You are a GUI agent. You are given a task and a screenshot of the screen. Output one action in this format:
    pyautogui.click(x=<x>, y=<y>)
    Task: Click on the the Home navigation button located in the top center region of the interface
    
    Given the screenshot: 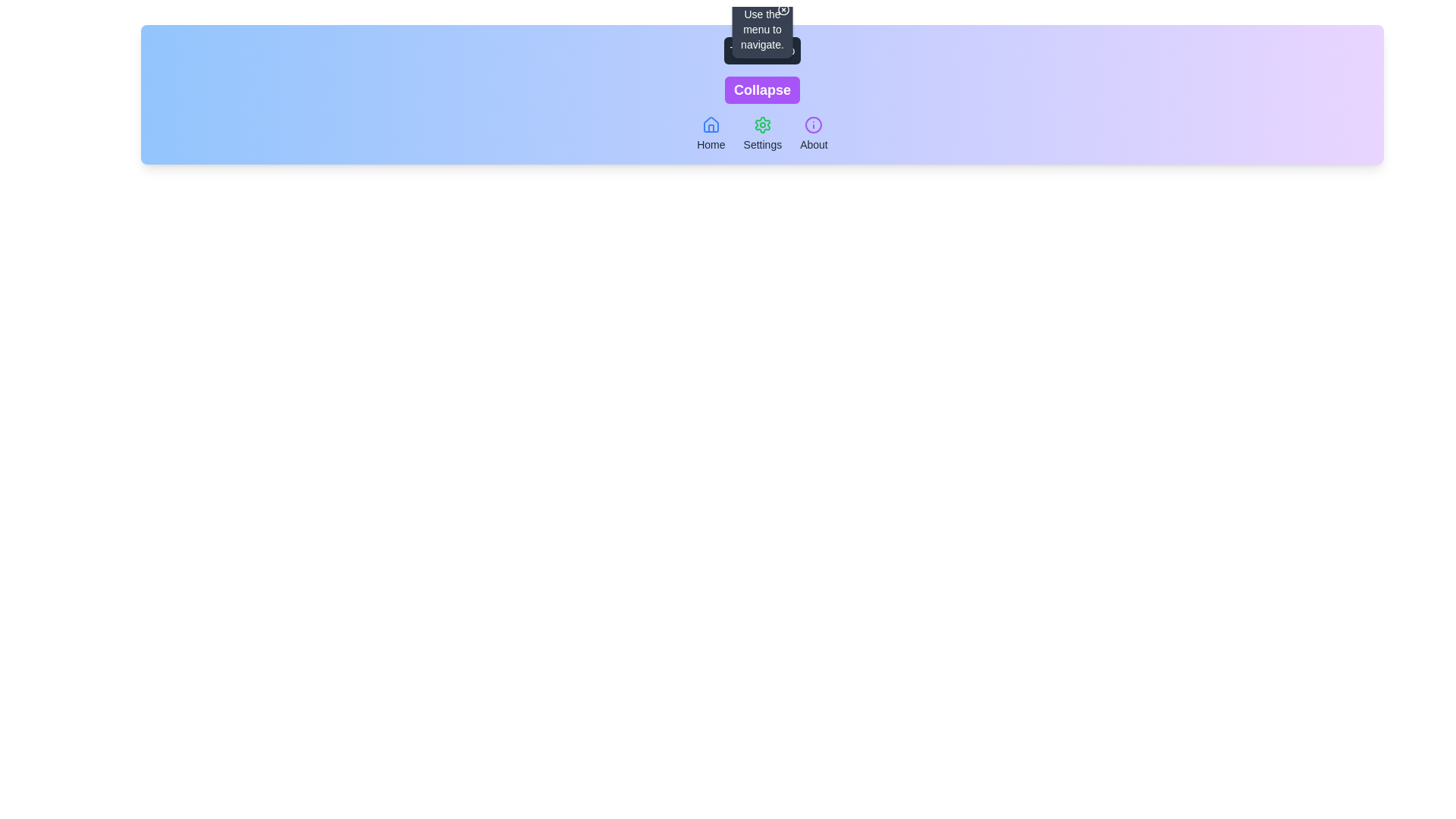 What is the action you would take?
    pyautogui.click(x=710, y=133)
    